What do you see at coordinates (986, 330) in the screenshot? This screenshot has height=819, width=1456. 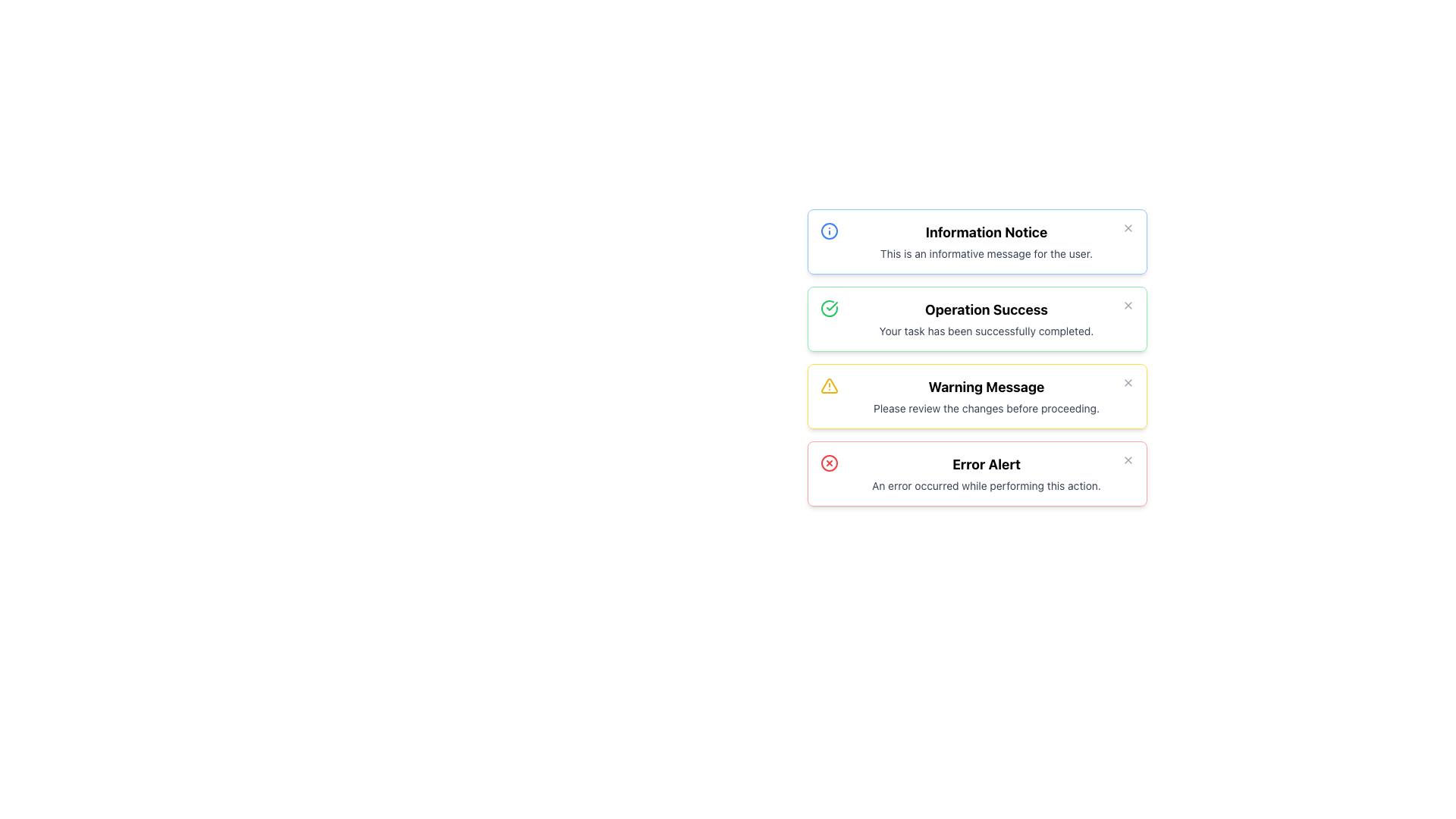 I see `informational message from the Text Label indicating task completion, located below the header 'Operation Success.'` at bounding box center [986, 330].